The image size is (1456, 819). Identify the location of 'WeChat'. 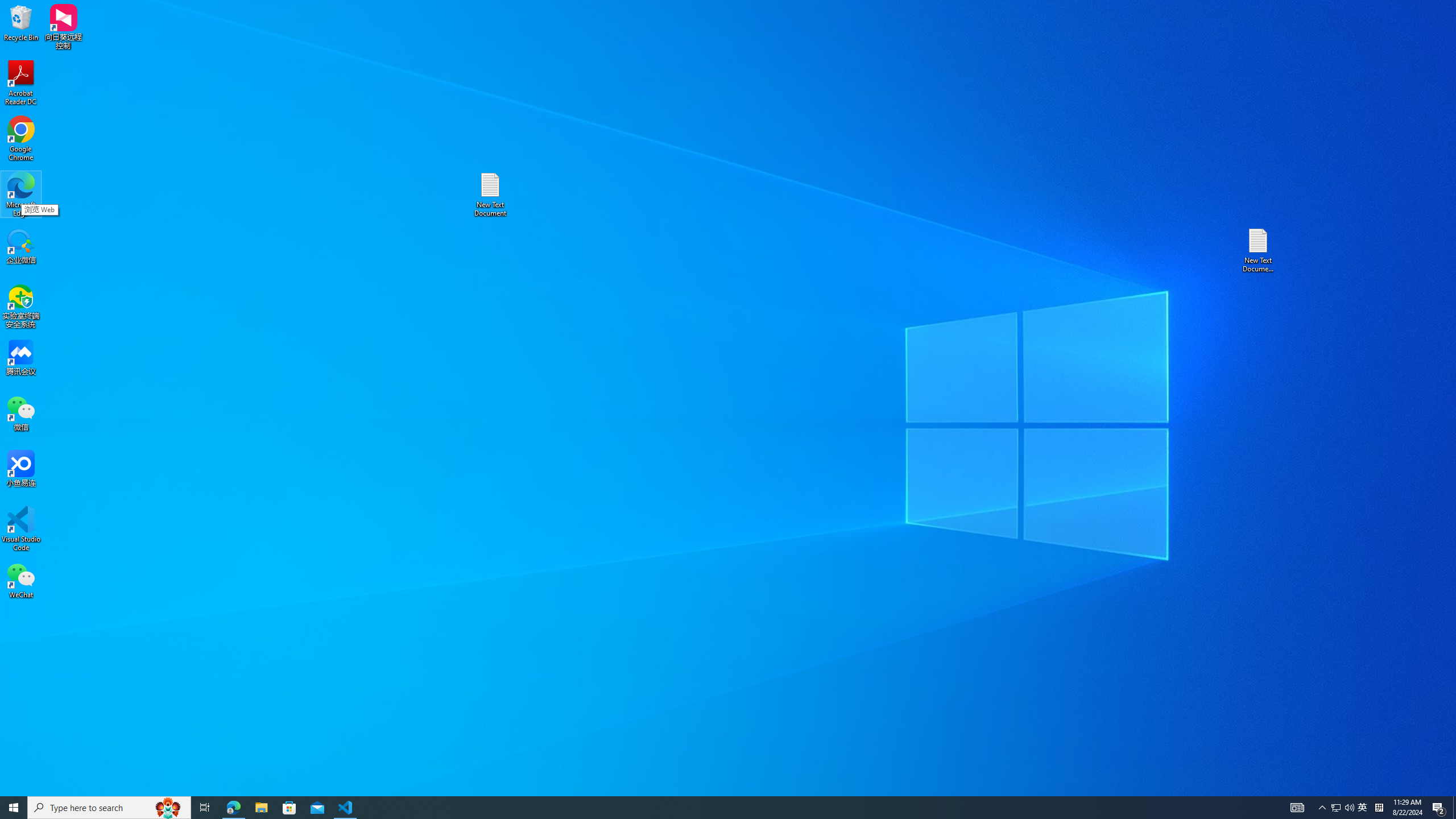
(20, 580).